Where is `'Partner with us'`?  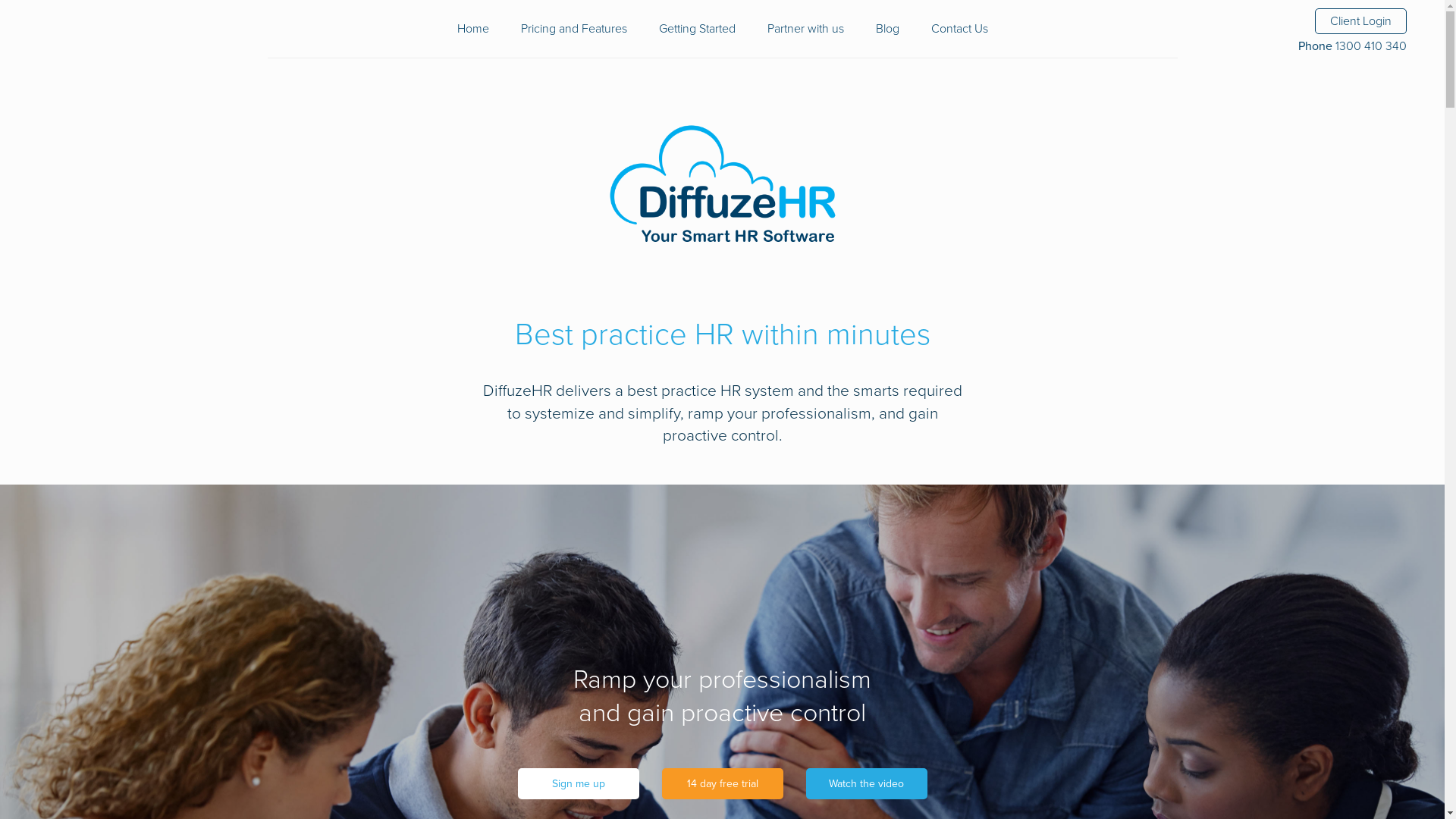
'Partner with us' is located at coordinates (805, 29).